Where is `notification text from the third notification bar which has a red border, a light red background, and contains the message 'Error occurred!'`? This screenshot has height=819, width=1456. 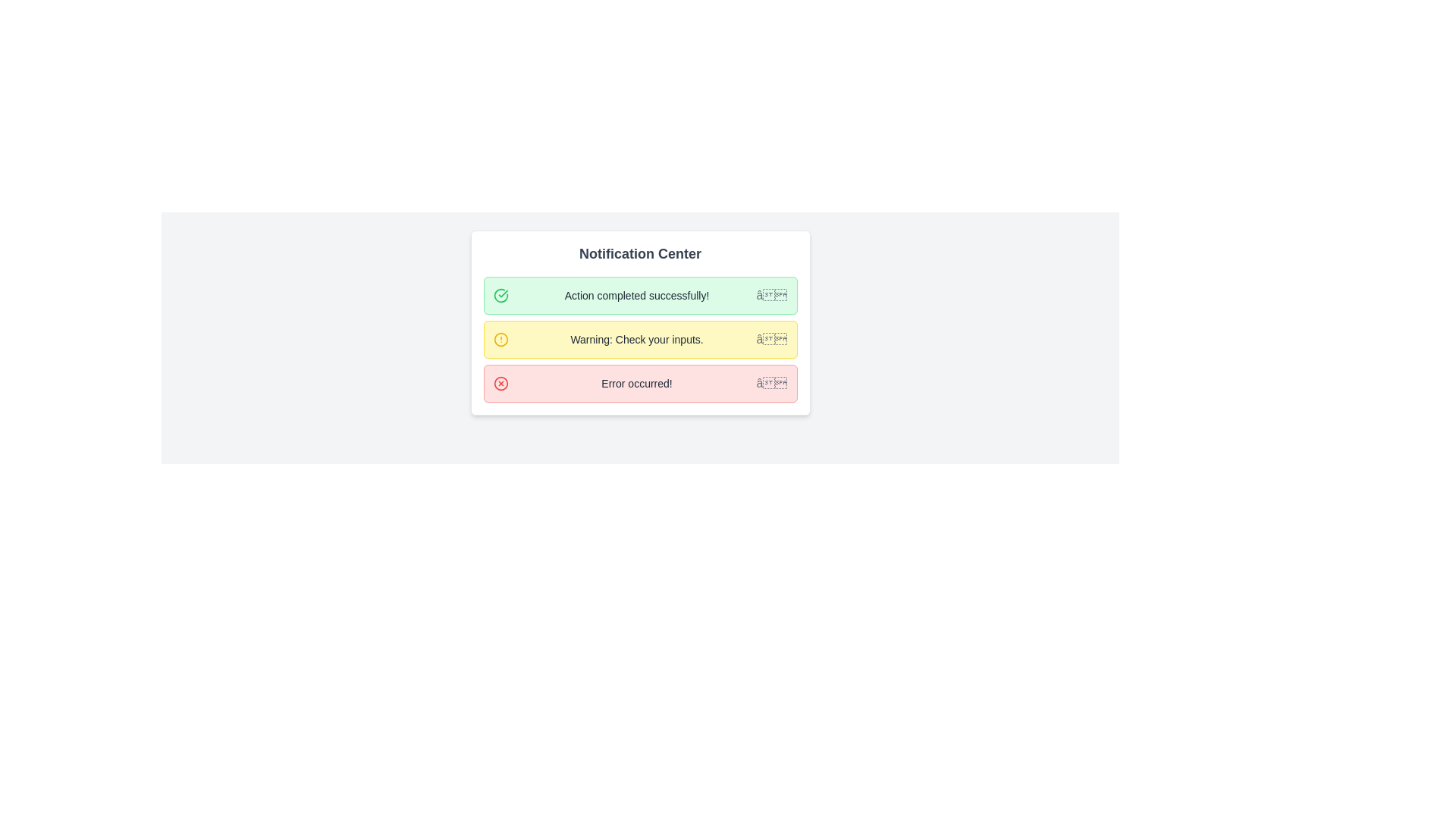
notification text from the third notification bar which has a red border, a light red background, and contains the message 'Error occurred!' is located at coordinates (640, 382).